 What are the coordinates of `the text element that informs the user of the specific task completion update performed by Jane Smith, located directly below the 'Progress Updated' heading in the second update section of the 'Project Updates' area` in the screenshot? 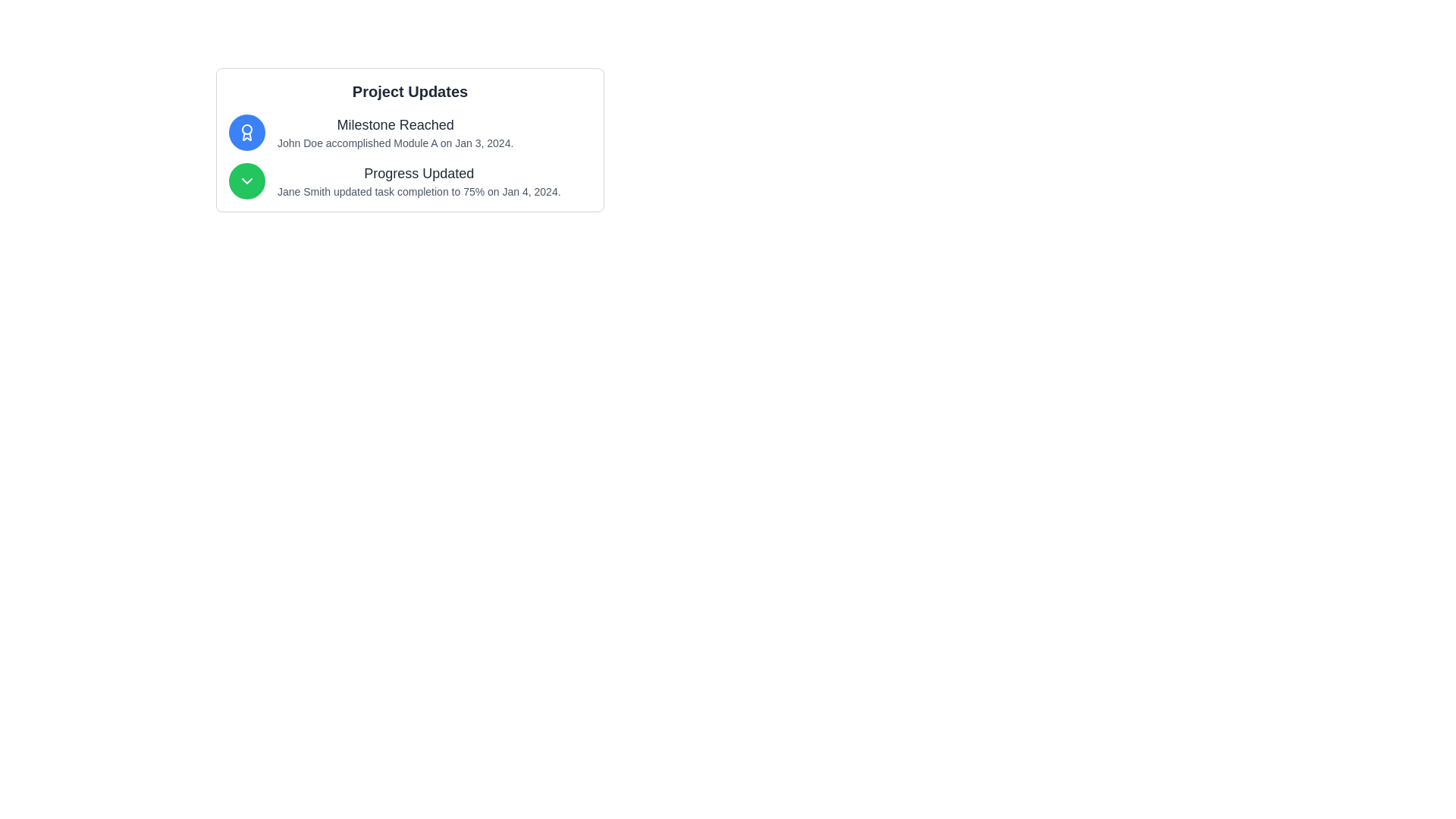 It's located at (419, 191).